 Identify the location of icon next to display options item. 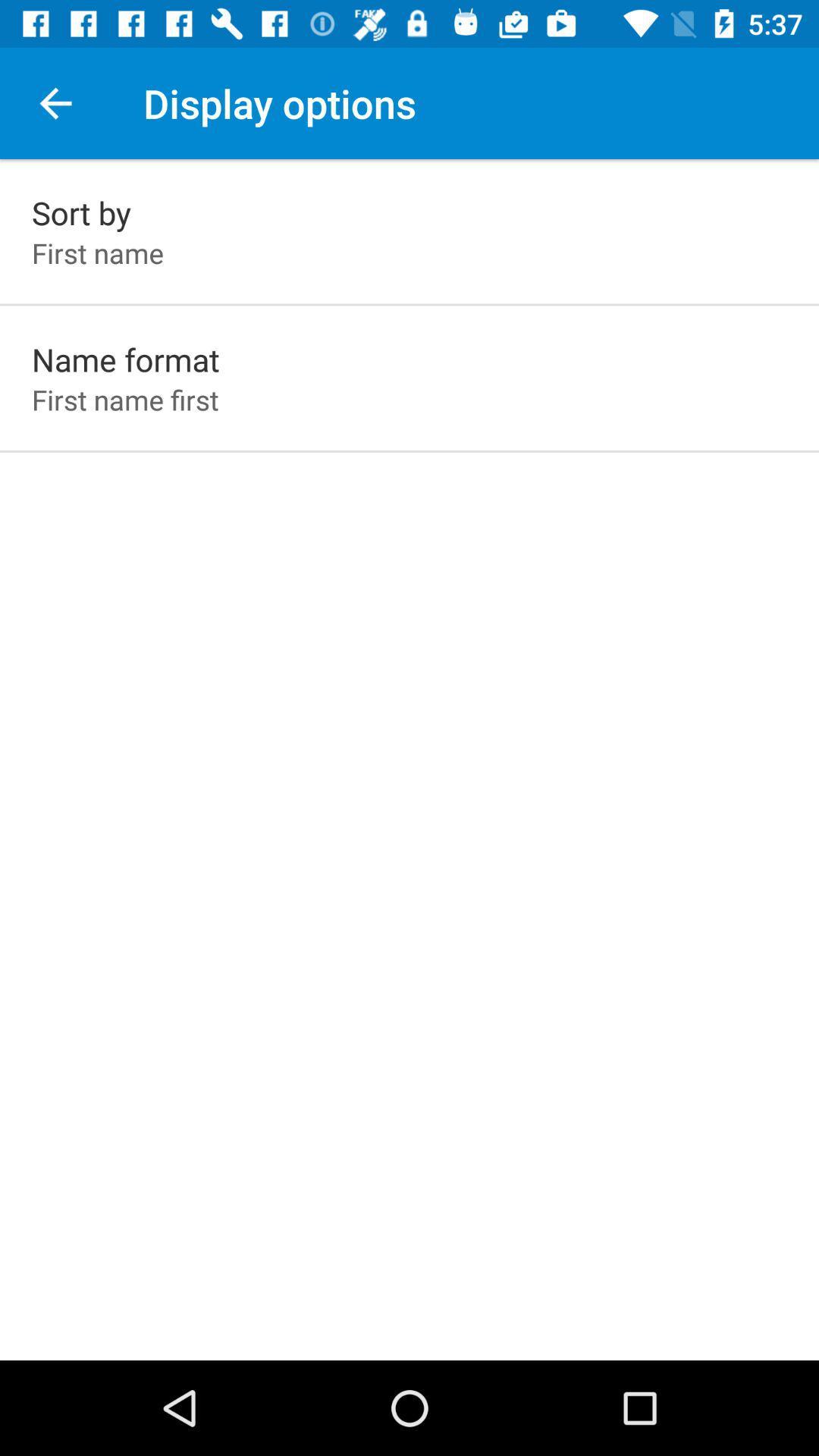
(55, 102).